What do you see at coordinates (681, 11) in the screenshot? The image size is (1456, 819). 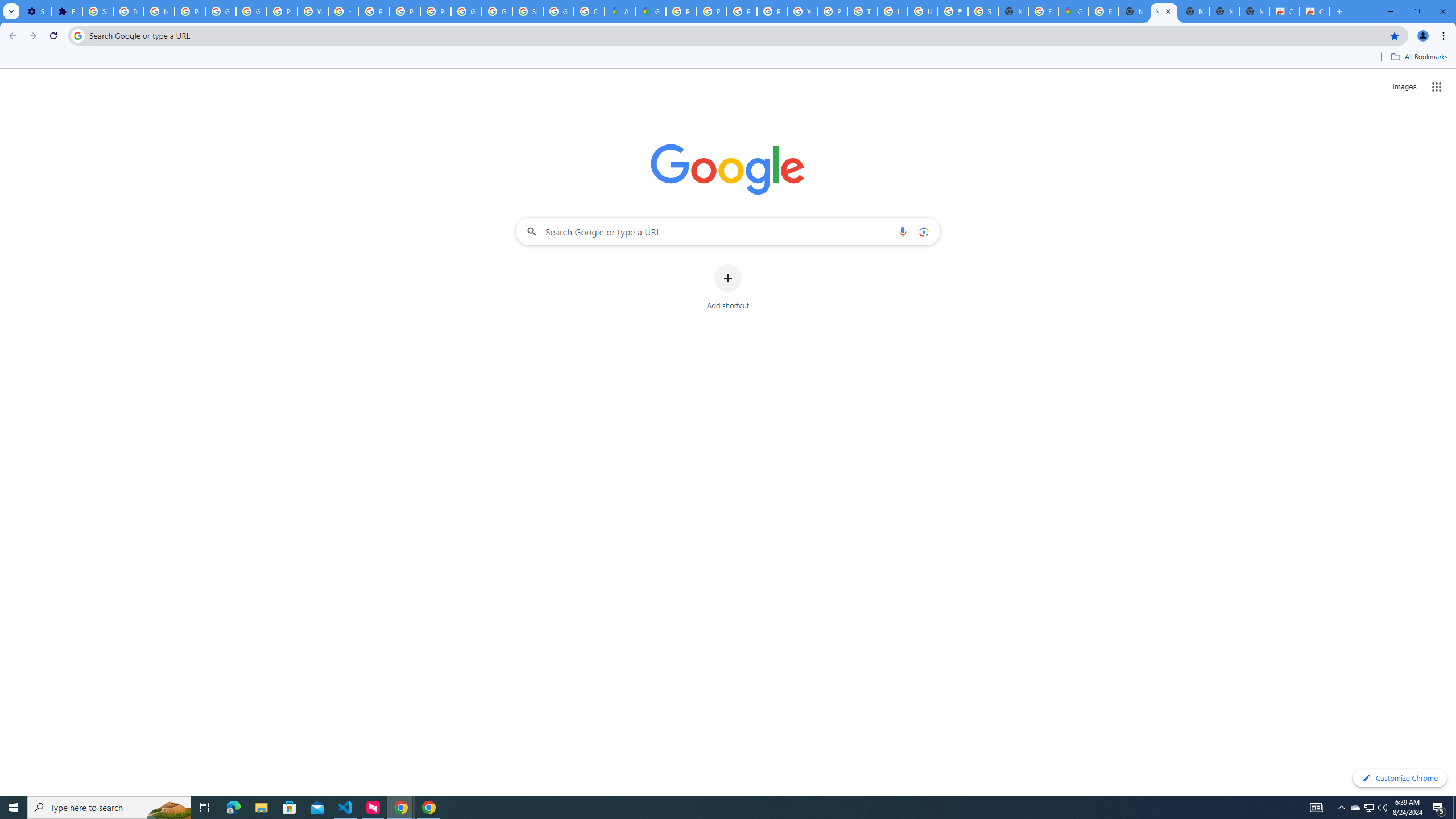 I see `'Policy Accountability and Transparency - Transparency Center'` at bounding box center [681, 11].